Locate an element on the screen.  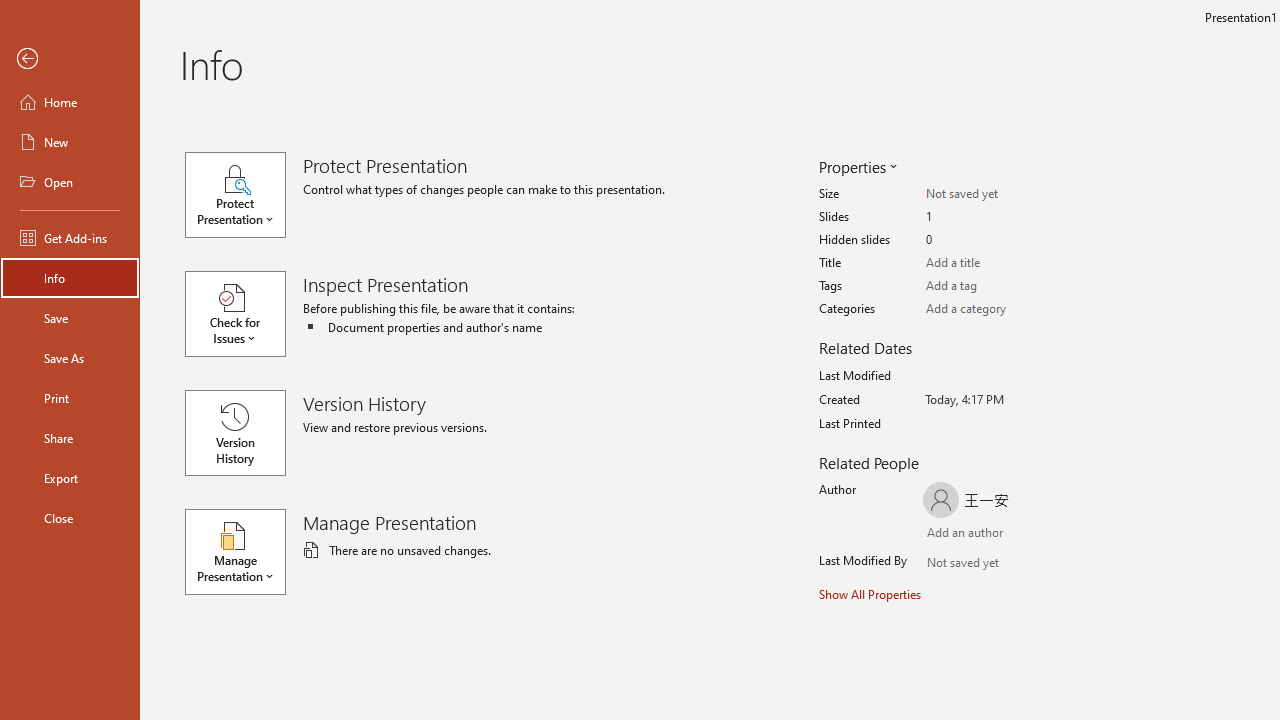
'New' is located at coordinates (69, 140).